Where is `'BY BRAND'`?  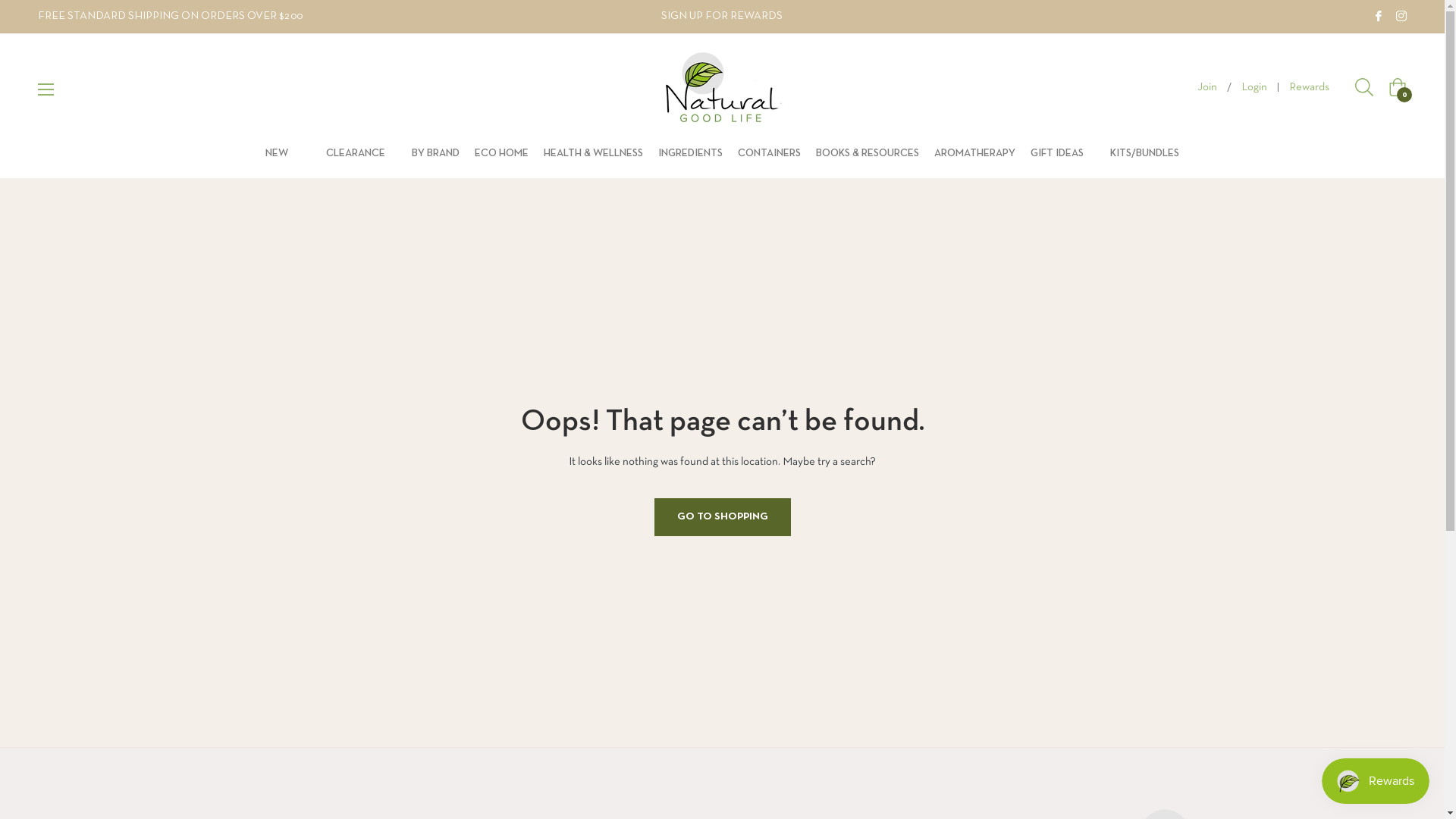
'BY BRAND' is located at coordinates (435, 153).